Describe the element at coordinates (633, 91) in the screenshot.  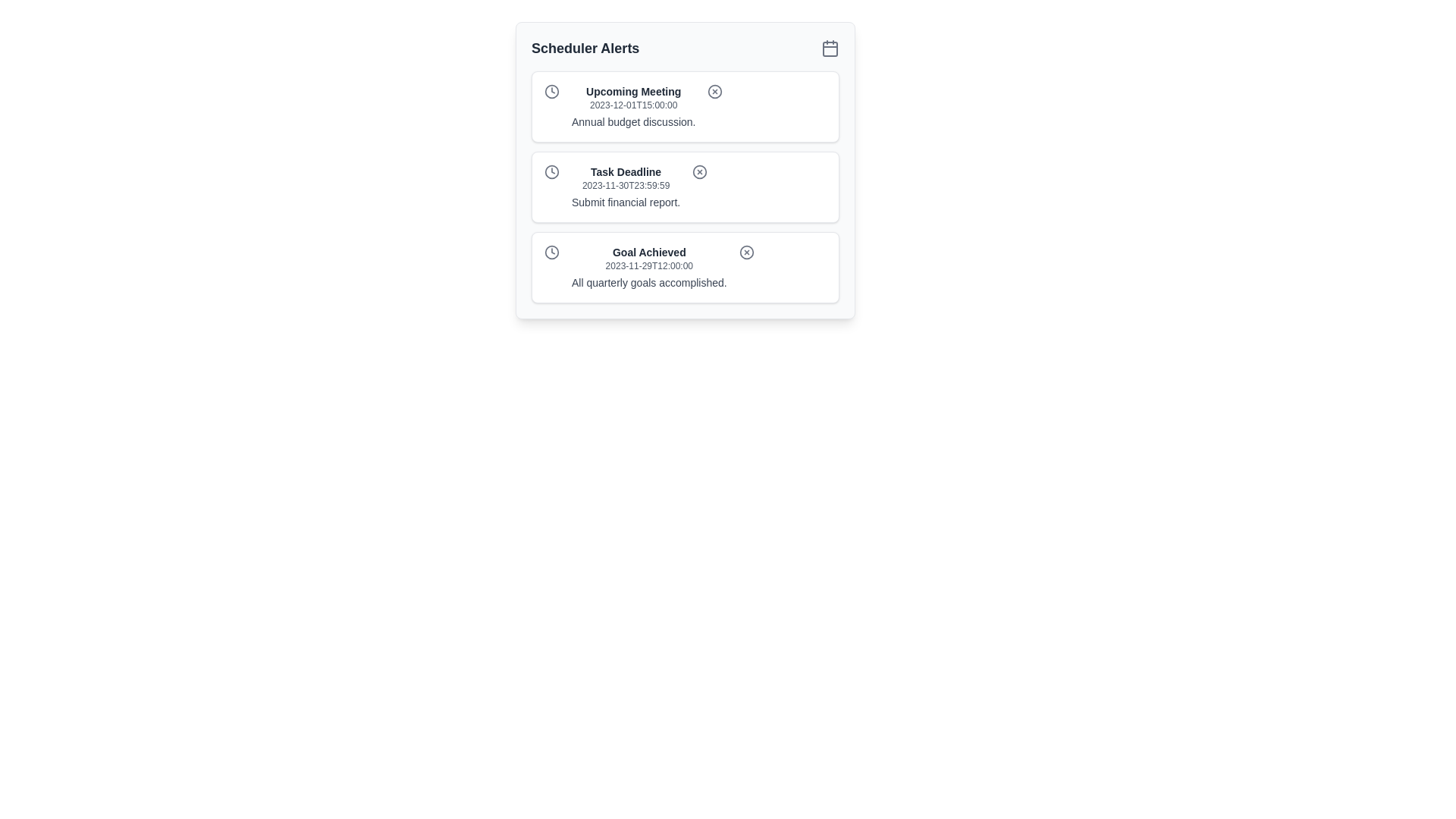
I see `text content of the title or header for the notification card located at the top of the first card in the 'Scheduler Alerts' section` at that location.